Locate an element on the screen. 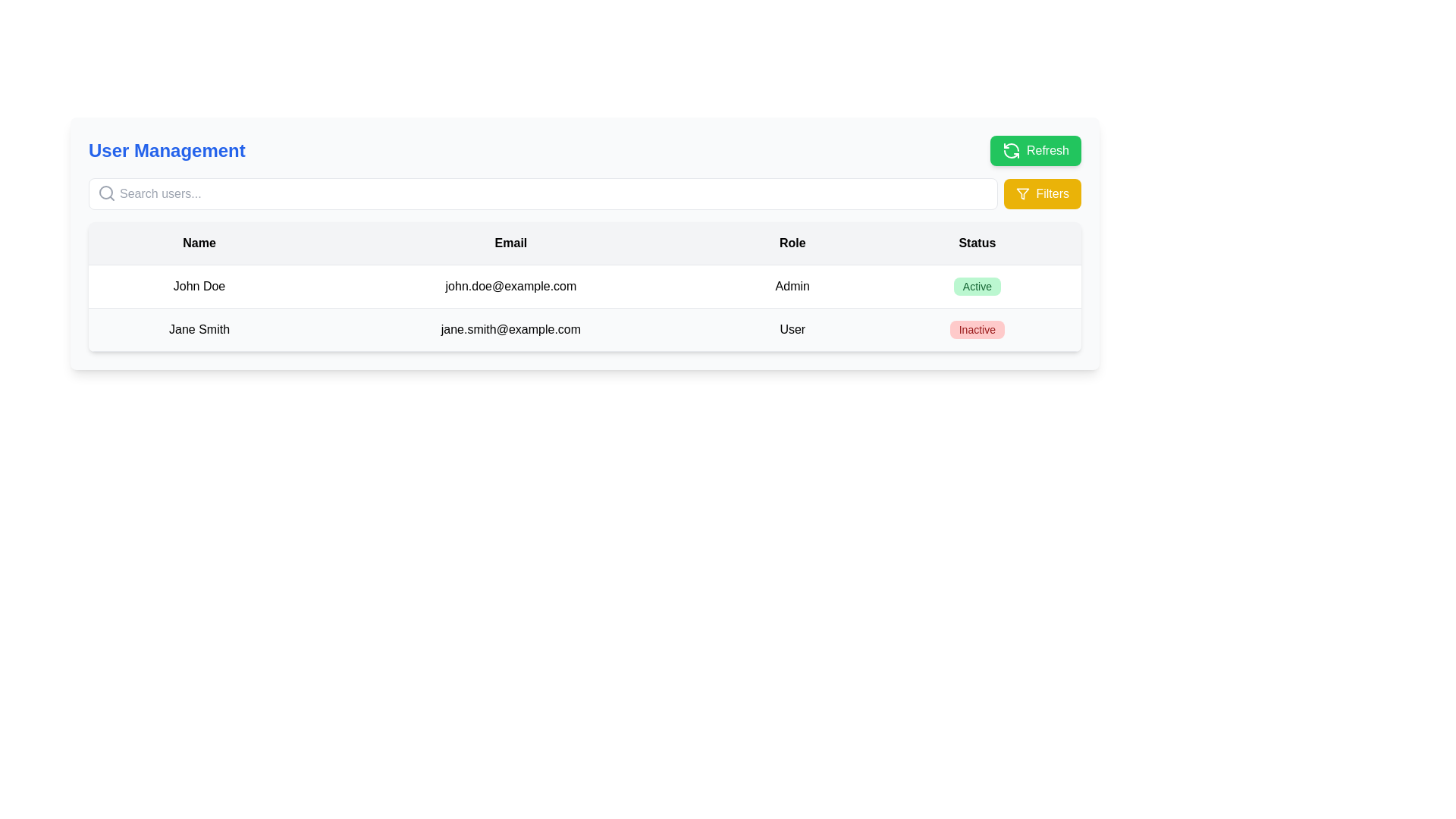 The width and height of the screenshot is (1456, 819). the filter button located in the top-right corner of the interface, to the right of the search bar, which appears as the second button after the green 'Refresh' button is located at coordinates (1042, 193).